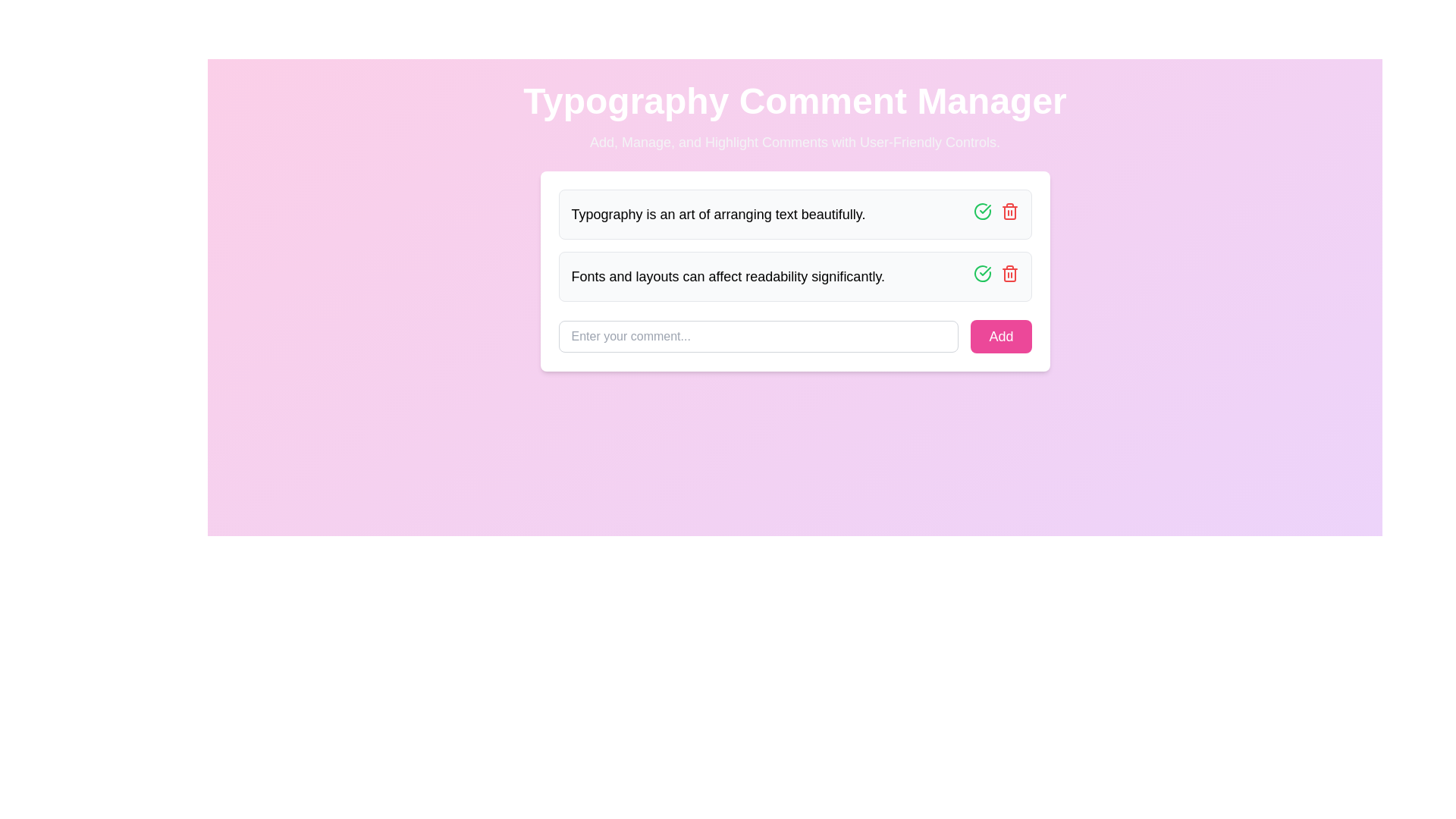 Image resolution: width=1456 pixels, height=819 pixels. Describe the element at coordinates (1009, 274) in the screenshot. I see `the red trash can icon in the comment management panel` at that location.